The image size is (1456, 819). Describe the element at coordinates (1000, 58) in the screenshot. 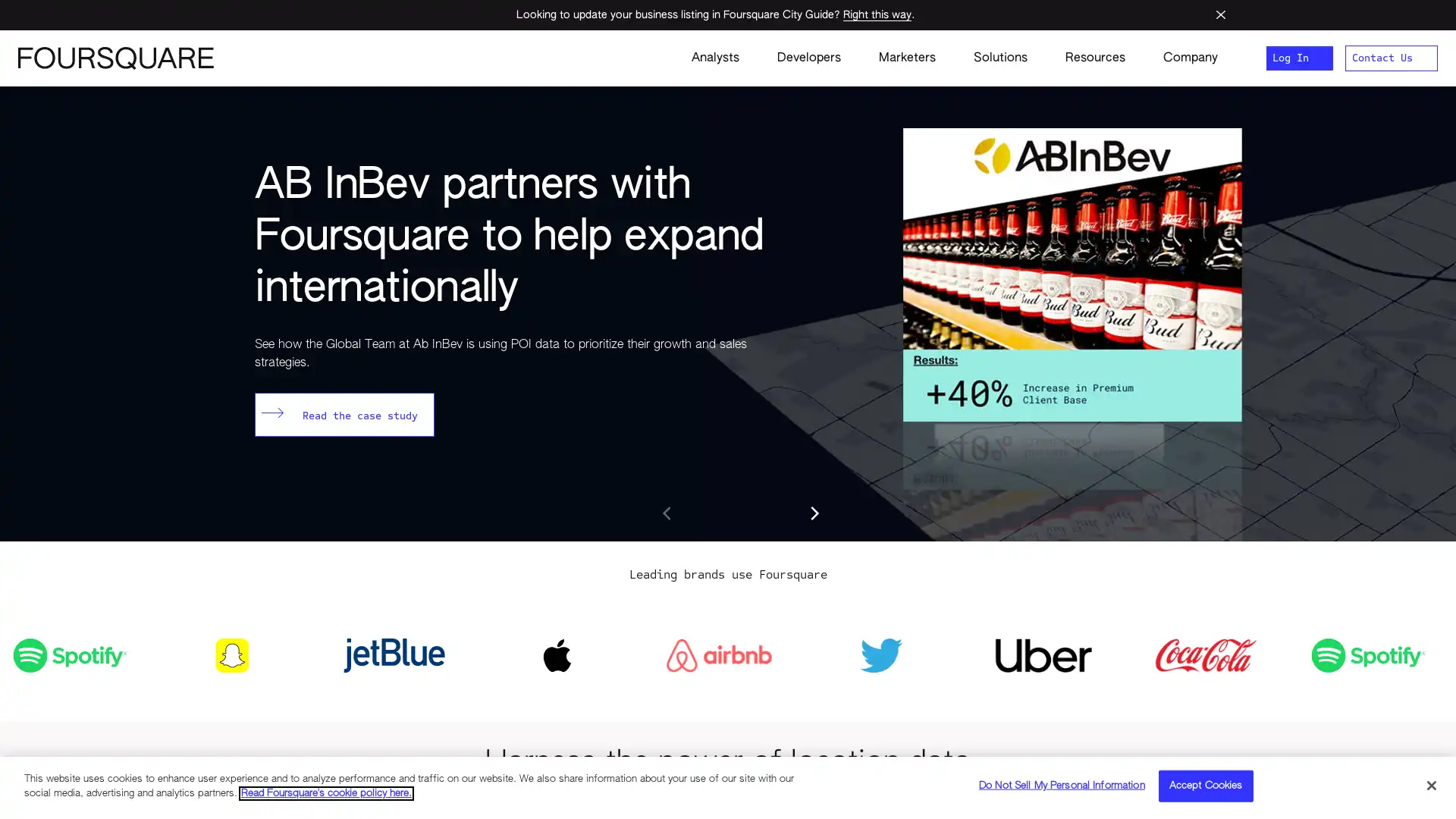

I see `Solutions` at that location.